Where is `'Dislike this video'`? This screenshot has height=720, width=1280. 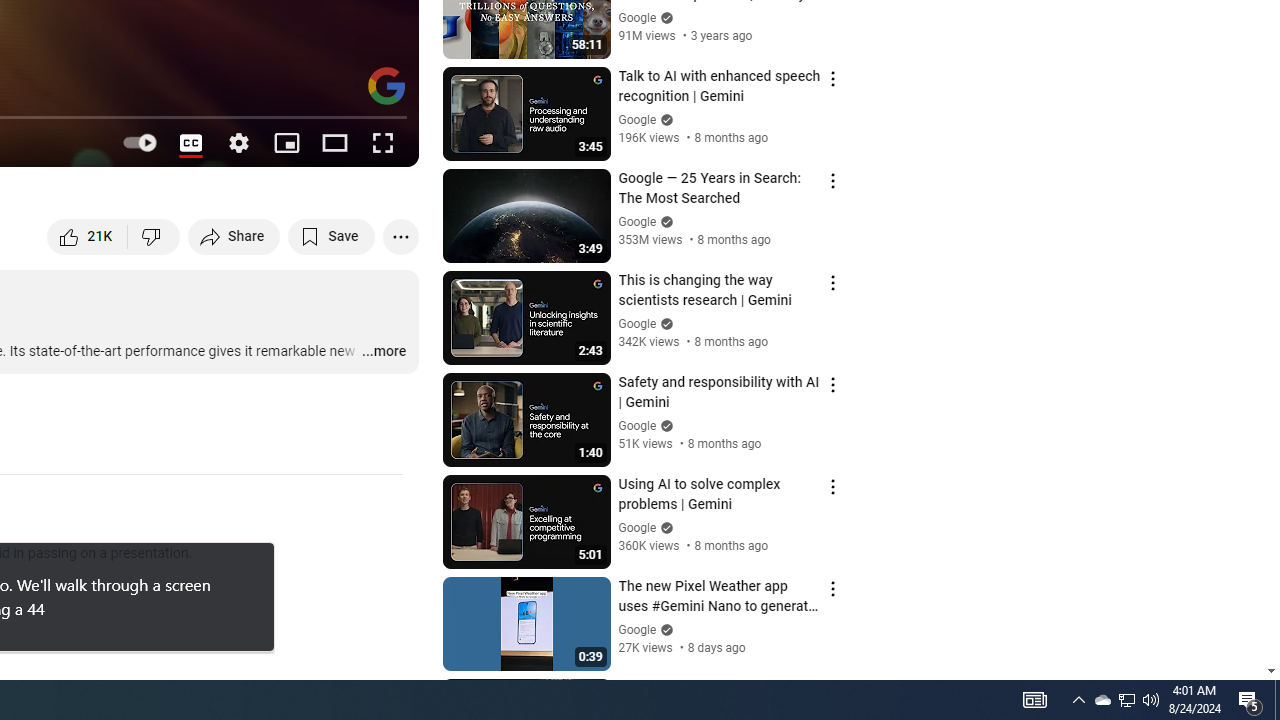 'Dislike this video' is located at coordinates (153, 235).